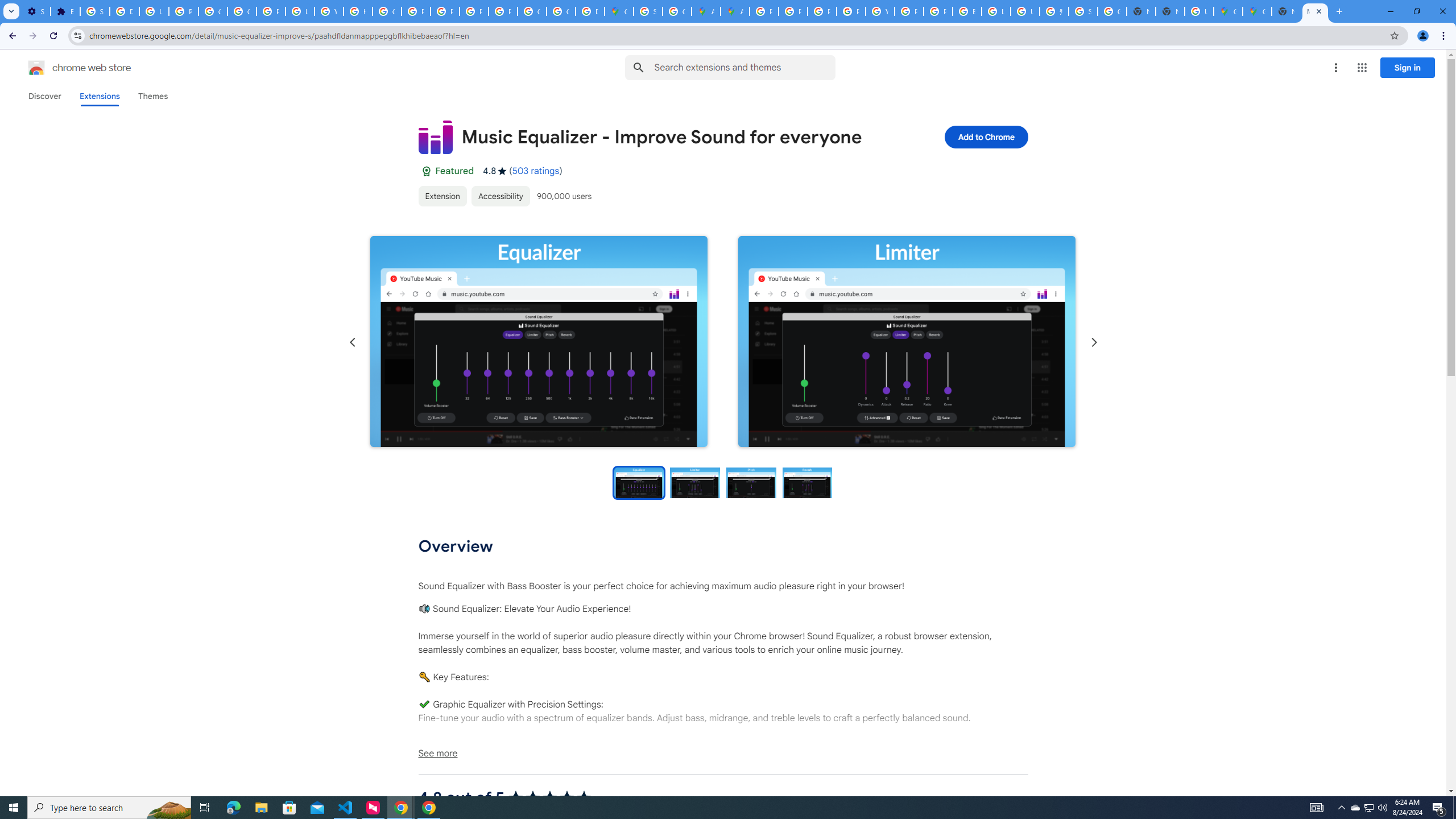  What do you see at coordinates (1338, 11) in the screenshot?
I see `'New Tab'` at bounding box center [1338, 11].